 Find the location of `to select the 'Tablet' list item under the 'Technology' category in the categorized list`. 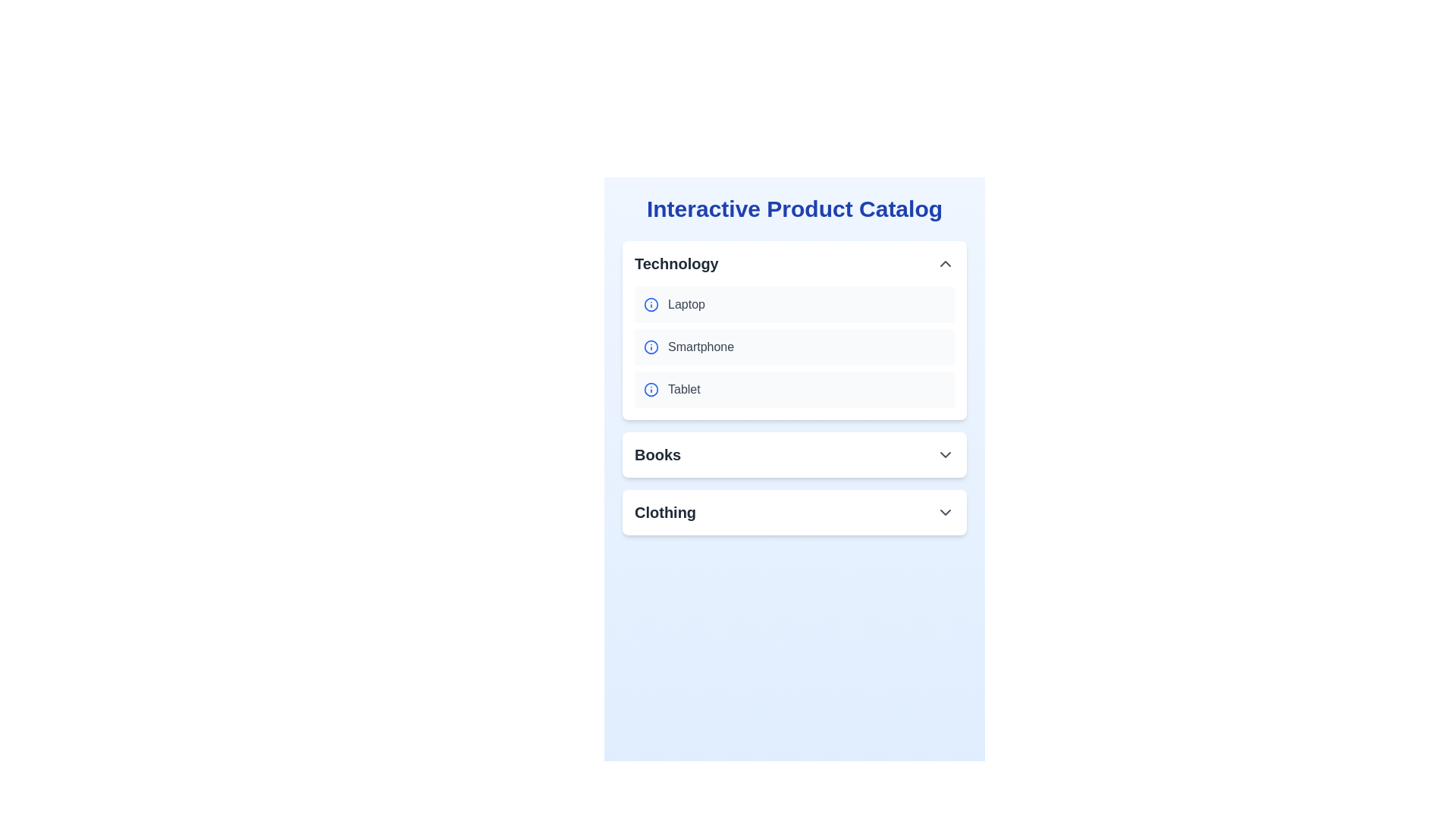

to select the 'Tablet' list item under the 'Technology' category in the categorized list is located at coordinates (793, 388).